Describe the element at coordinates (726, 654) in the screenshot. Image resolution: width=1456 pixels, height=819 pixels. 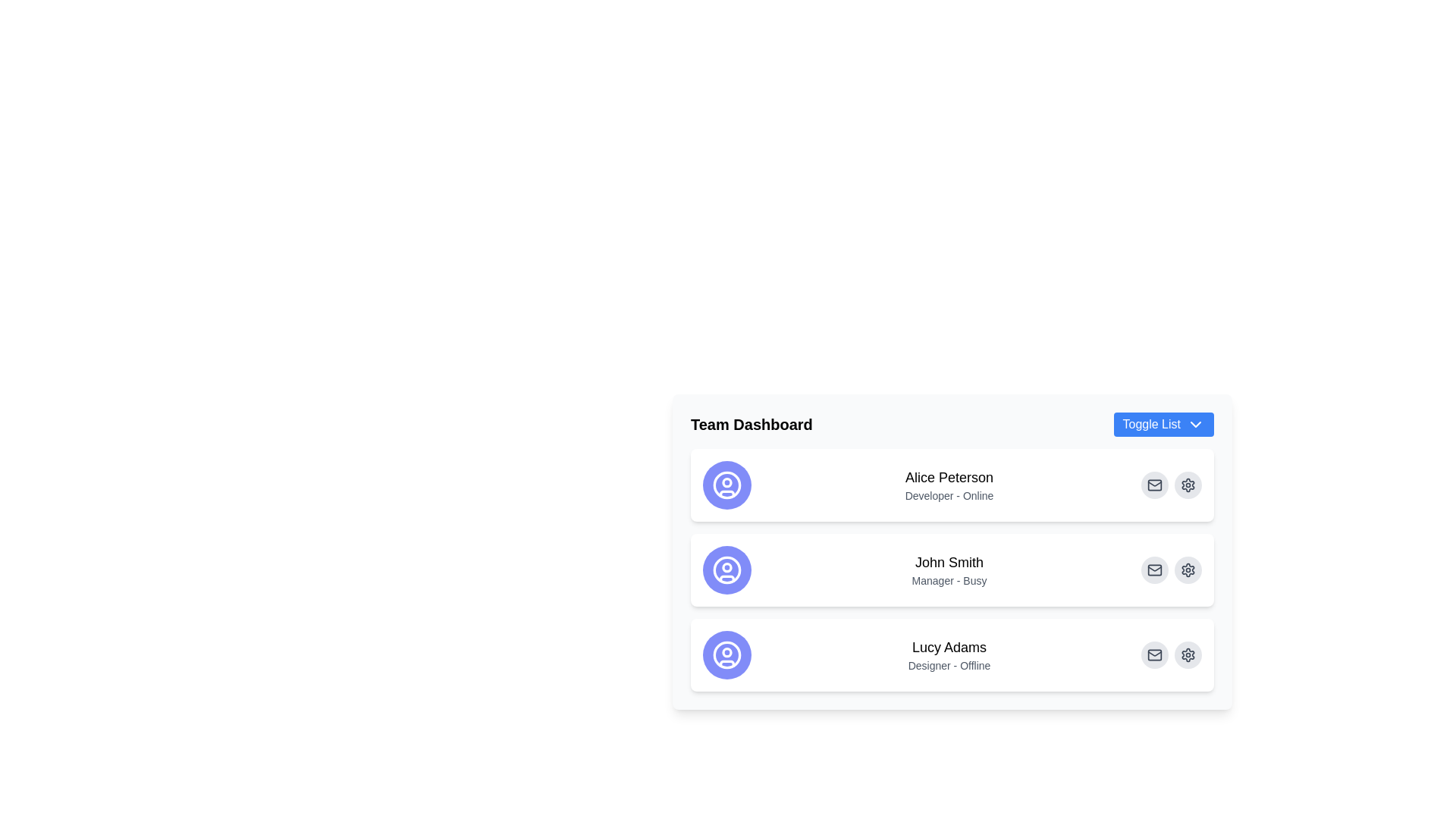
I see `the Avatar button with an indigo background and white user icon, located within the card that contains 'Lucy Adams Designer - Offline'` at that location.